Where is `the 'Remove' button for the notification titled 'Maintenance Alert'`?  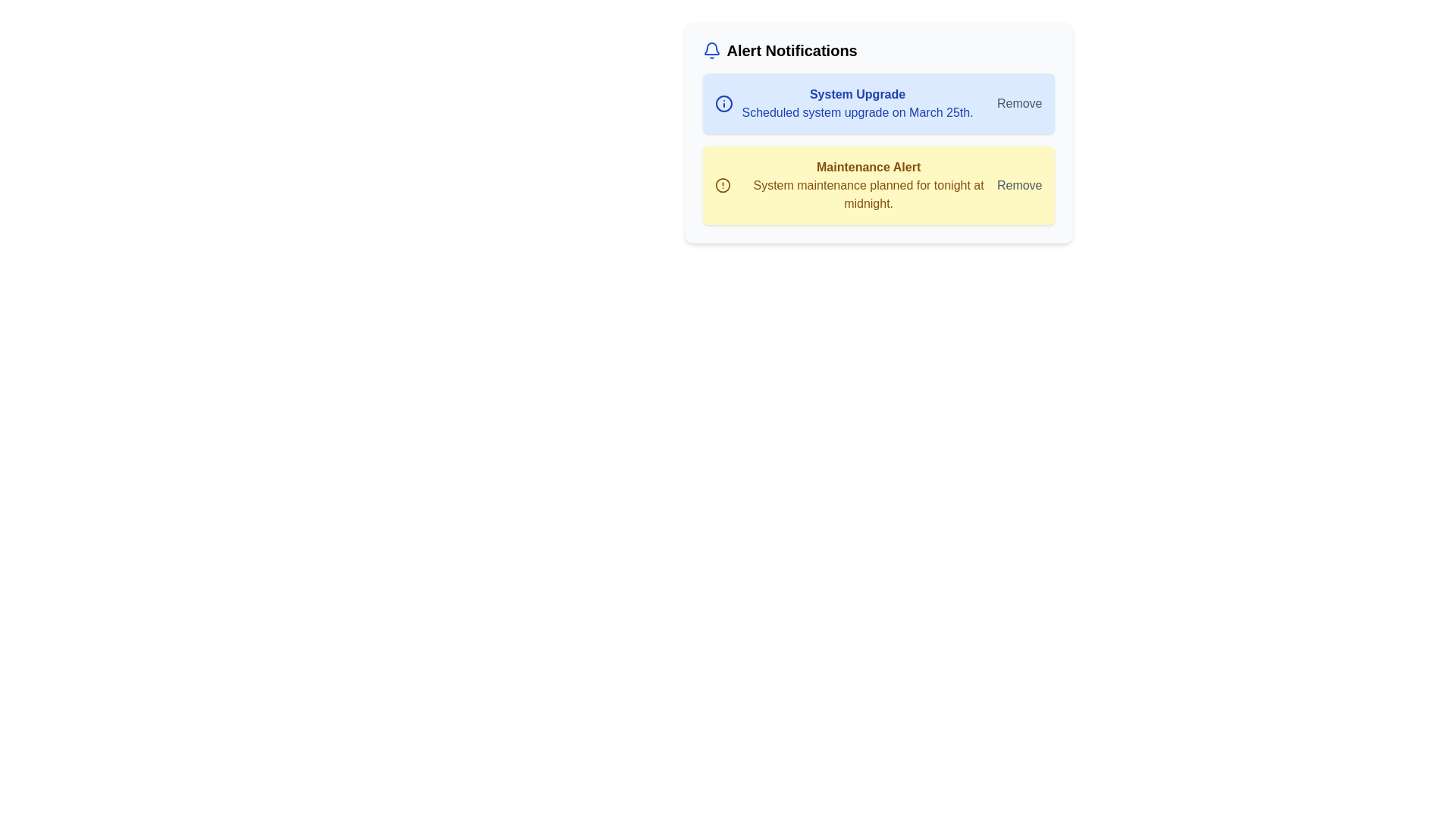 the 'Remove' button for the notification titled 'Maintenance Alert' is located at coordinates (1019, 185).